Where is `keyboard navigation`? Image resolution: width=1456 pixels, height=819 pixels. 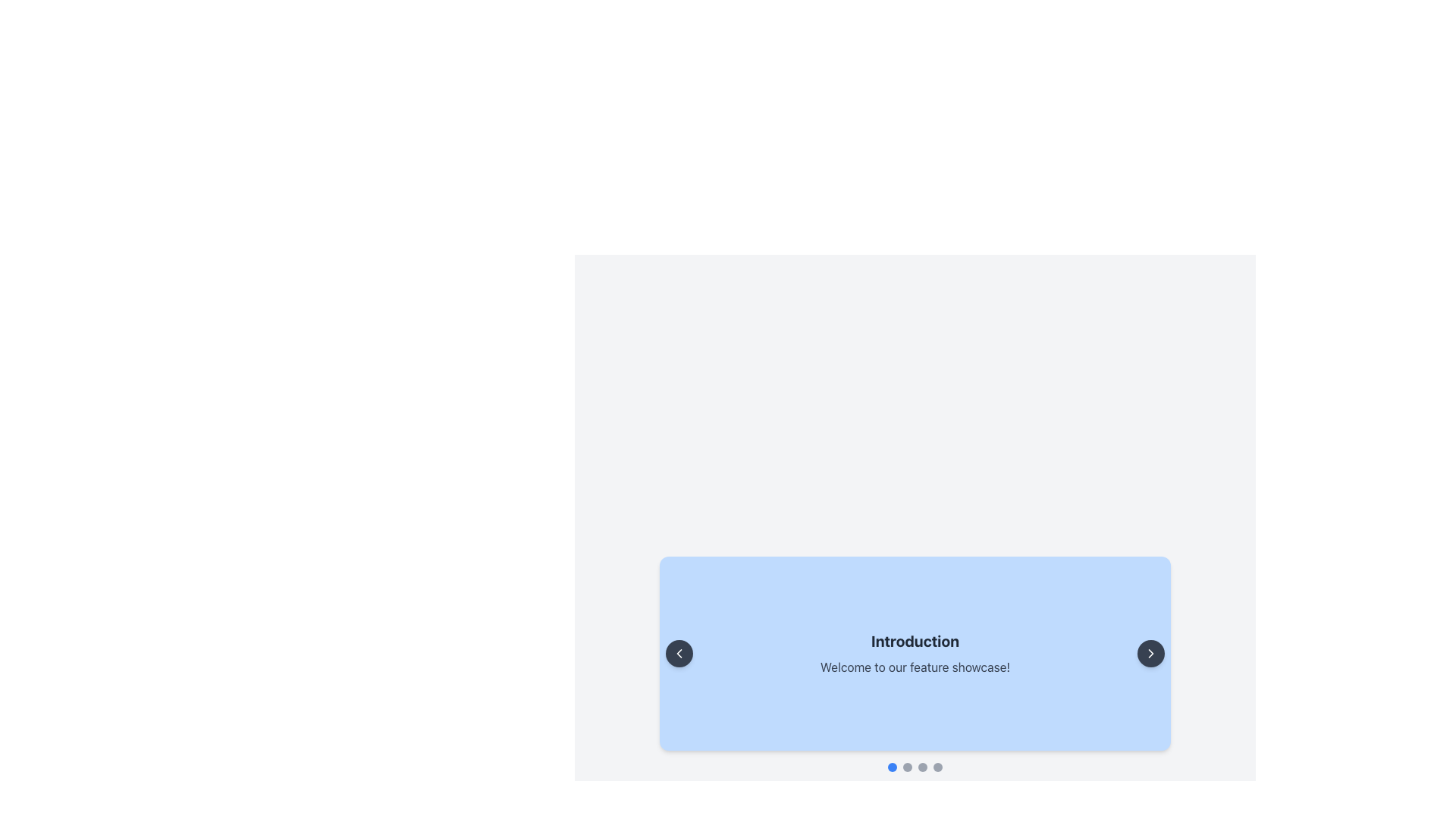 keyboard navigation is located at coordinates (1150, 652).